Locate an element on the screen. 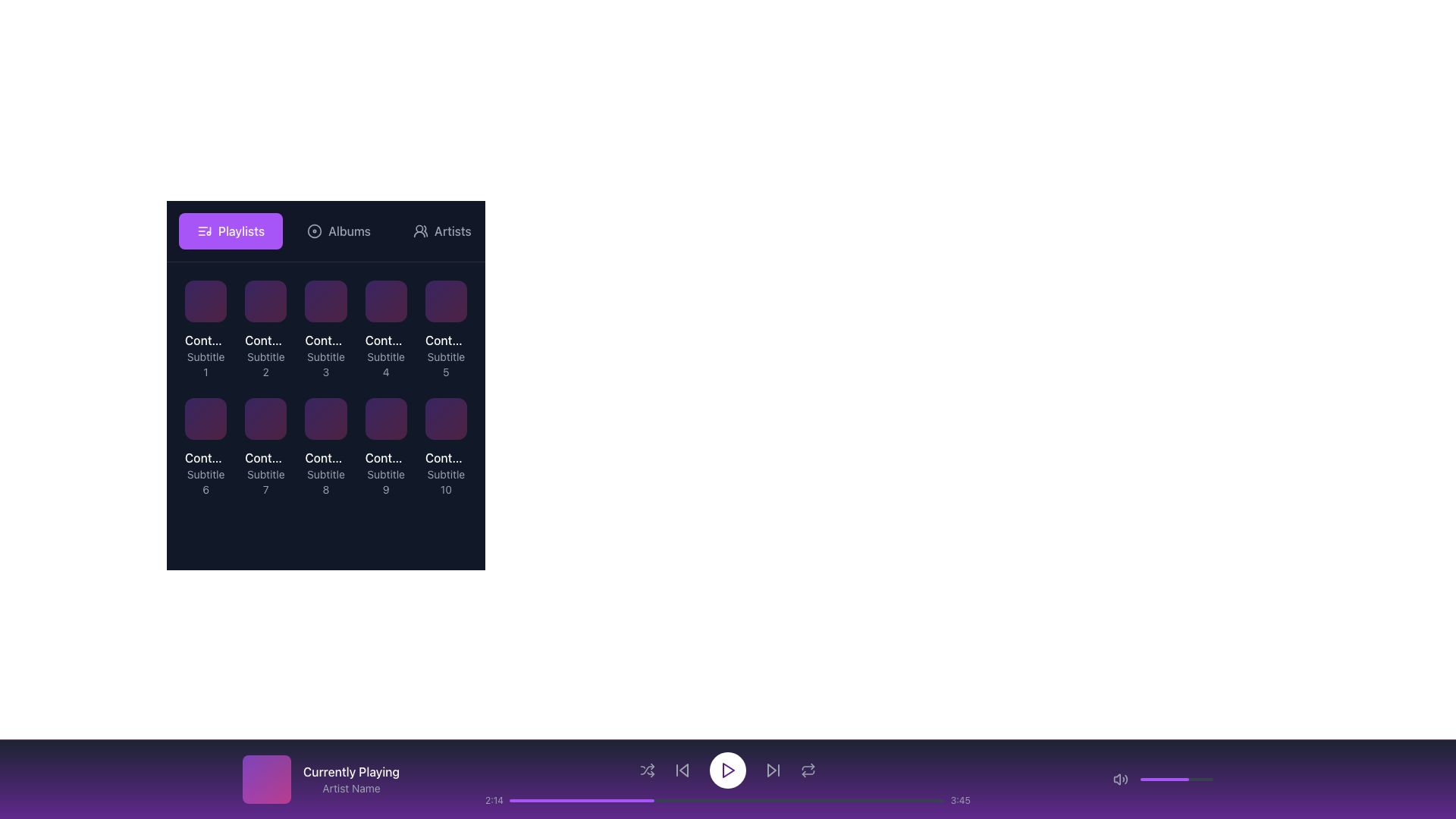  the circular icon resembling a disc with a thin white stroke, located inside the 'Albums' section, to the left of the text 'Albums', aligned with the top navigation bar, between 'Playlists' and 'Artists' is located at coordinates (314, 231).